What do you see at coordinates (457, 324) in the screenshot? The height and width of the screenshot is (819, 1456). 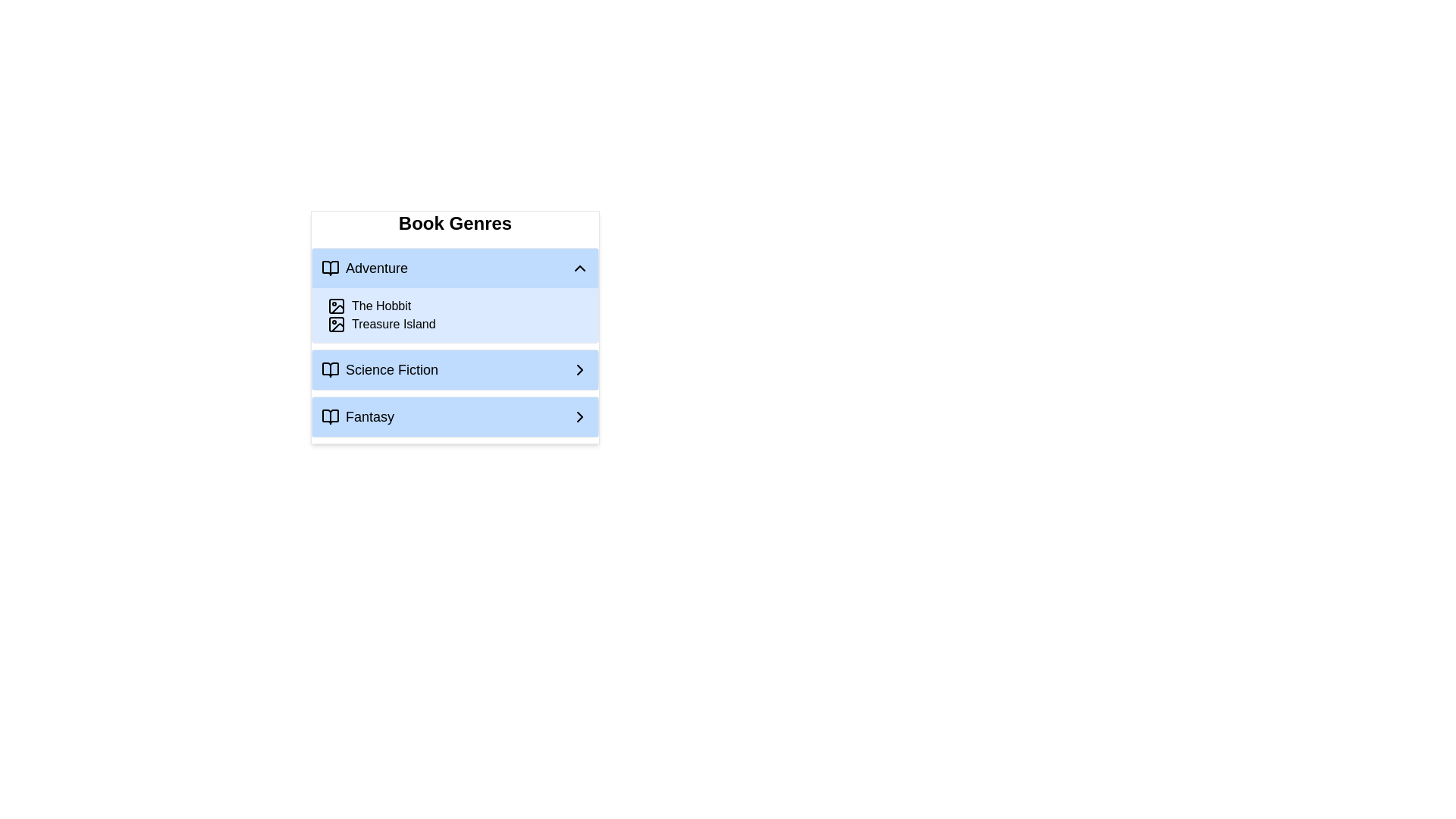 I see `the List item labeled 'Treasure Island' from the 'Adventure' category in the 'Book Genres' list` at bounding box center [457, 324].